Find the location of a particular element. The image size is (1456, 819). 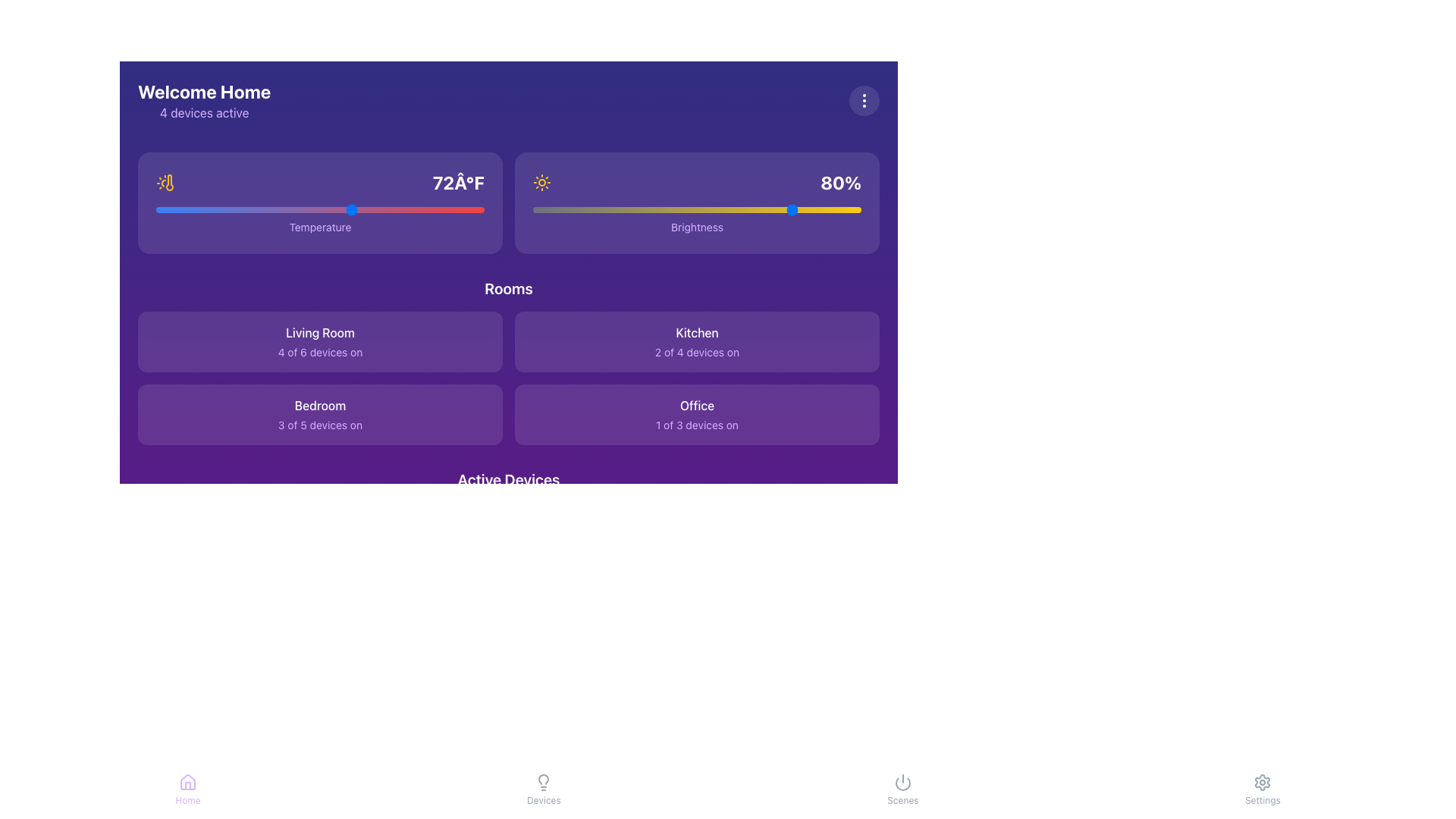

text label displaying 'Rooms' which is bold and centered, located below the temperature and brightness information section is located at coordinates (509, 289).